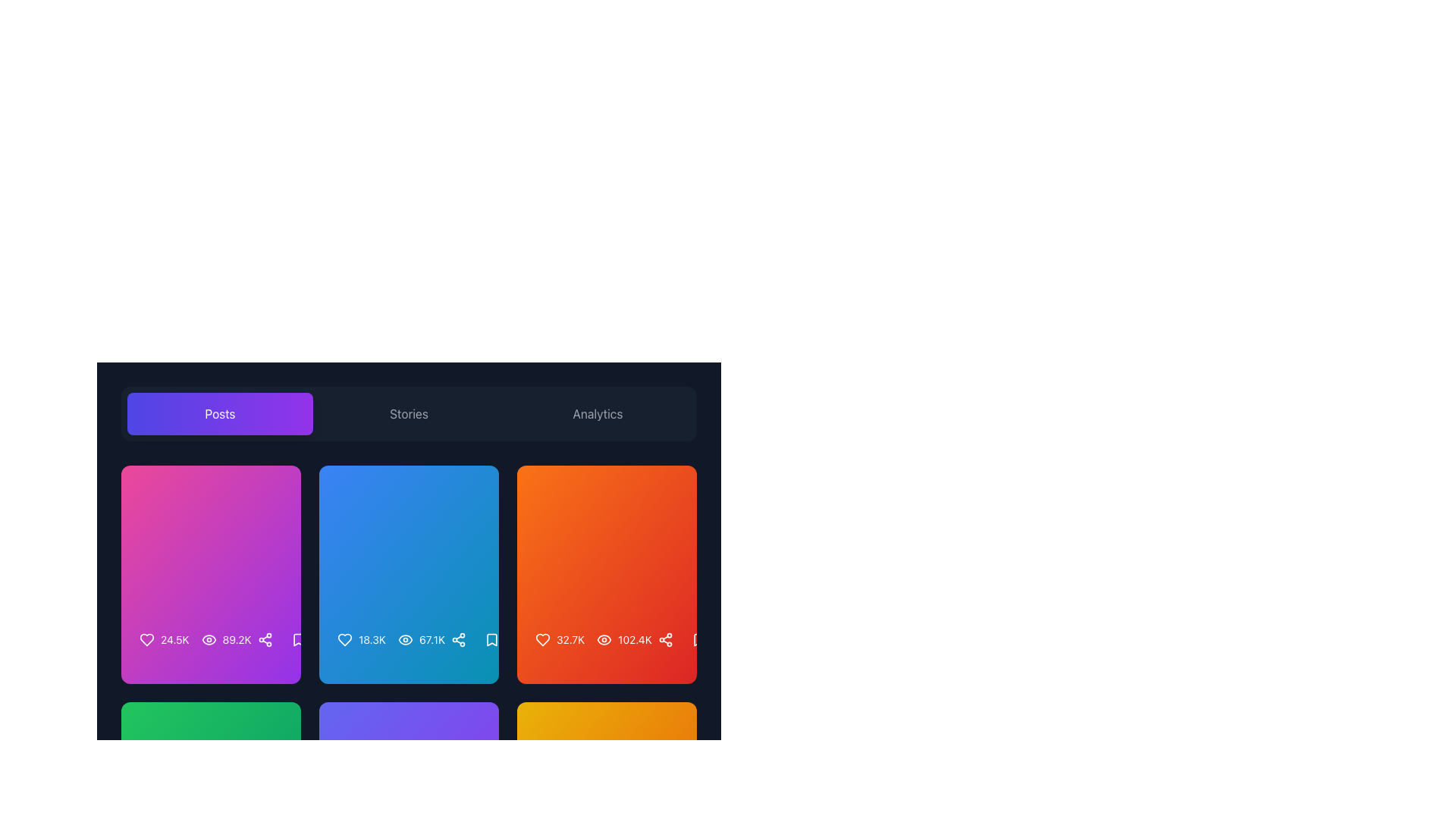  What do you see at coordinates (491, 640) in the screenshot?
I see `the SVG icon representing a bookmark located in the bottom-right corner of the third card element in the second row of the grid` at bounding box center [491, 640].